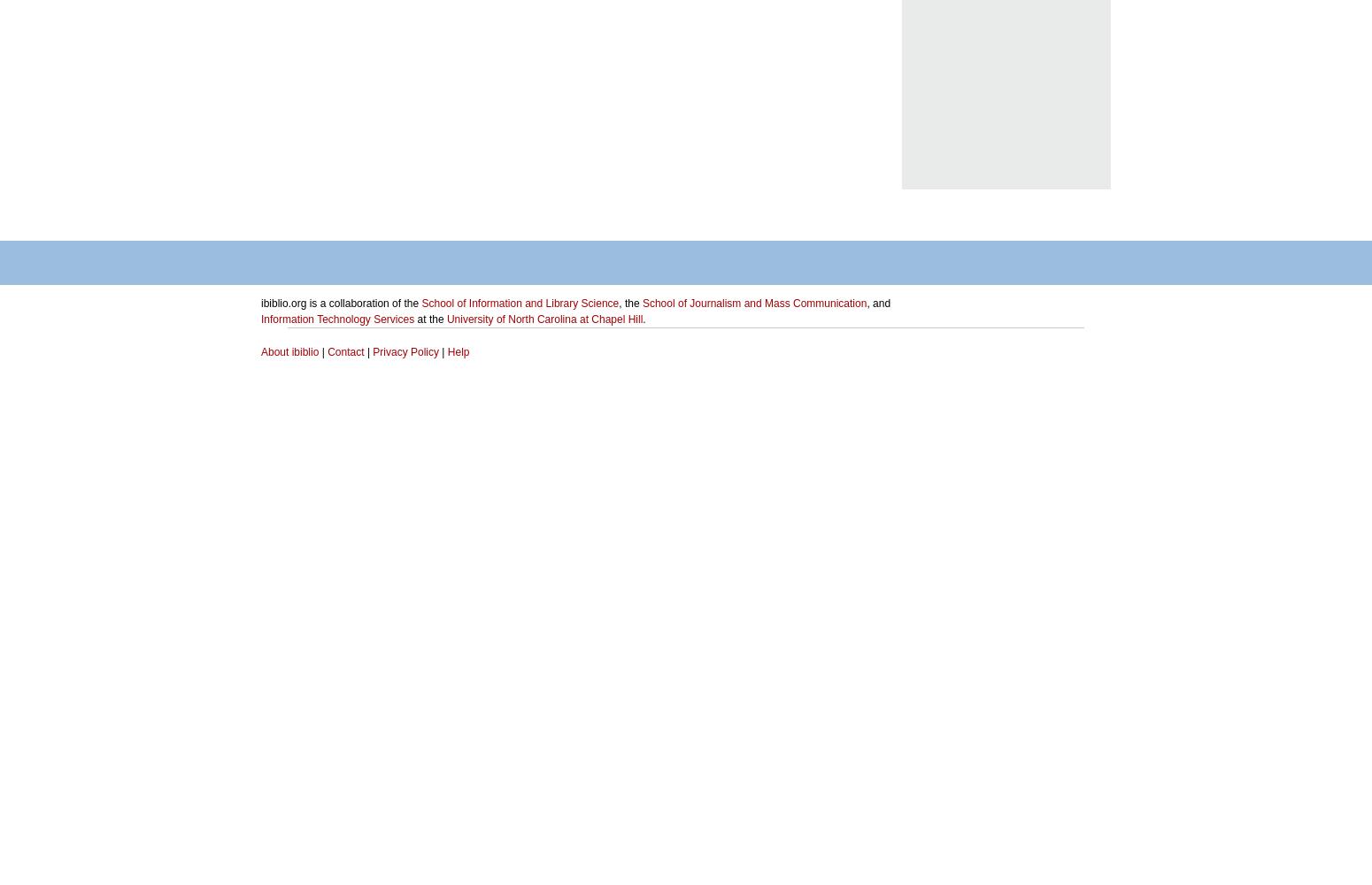 The height and width of the screenshot is (885, 1372). What do you see at coordinates (412, 319) in the screenshot?
I see `'at the'` at bounding box center [412, 319].